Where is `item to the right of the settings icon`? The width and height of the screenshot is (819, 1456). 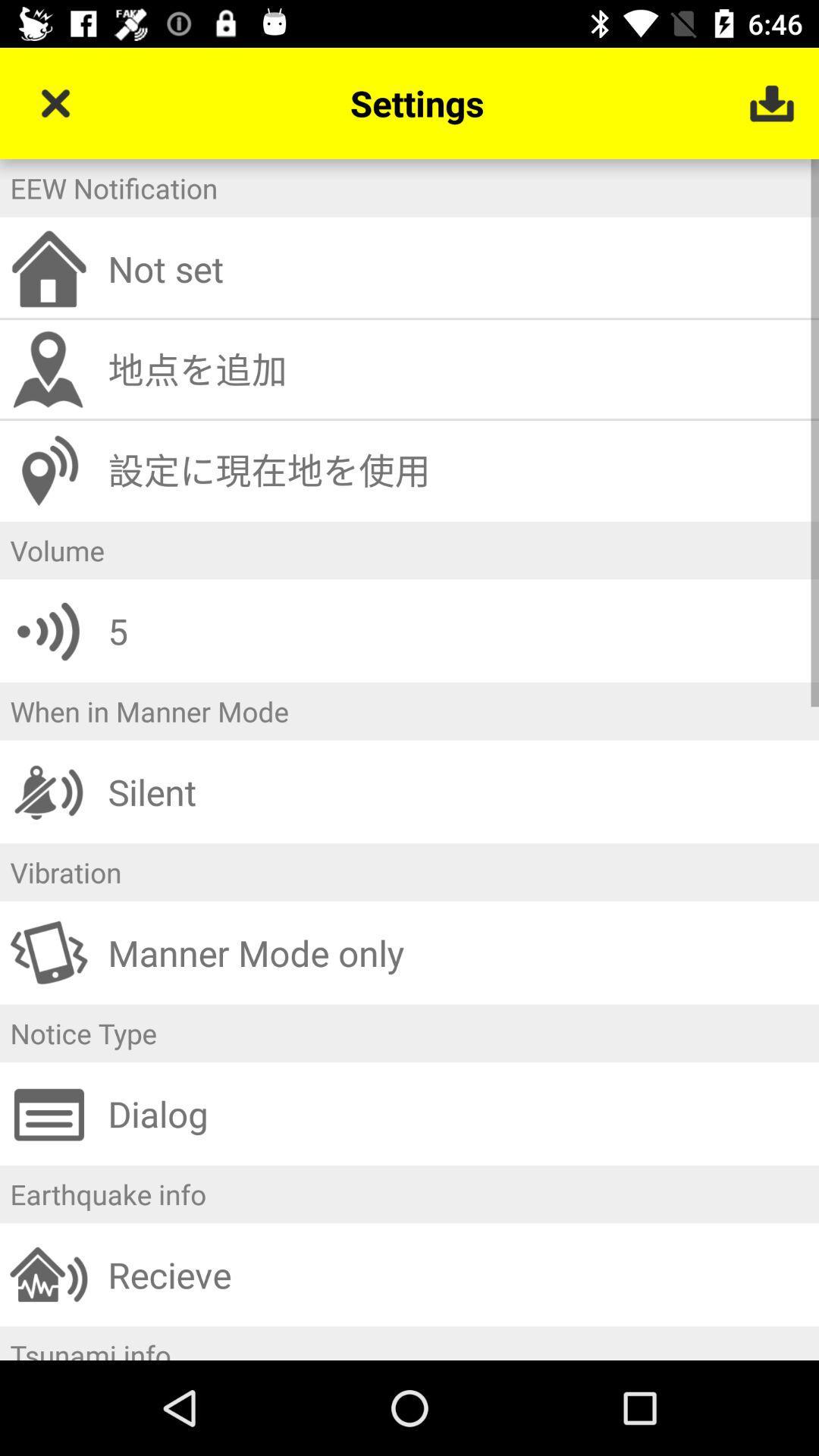
item to the right of the settings icon is located at coordinates (771, 102).